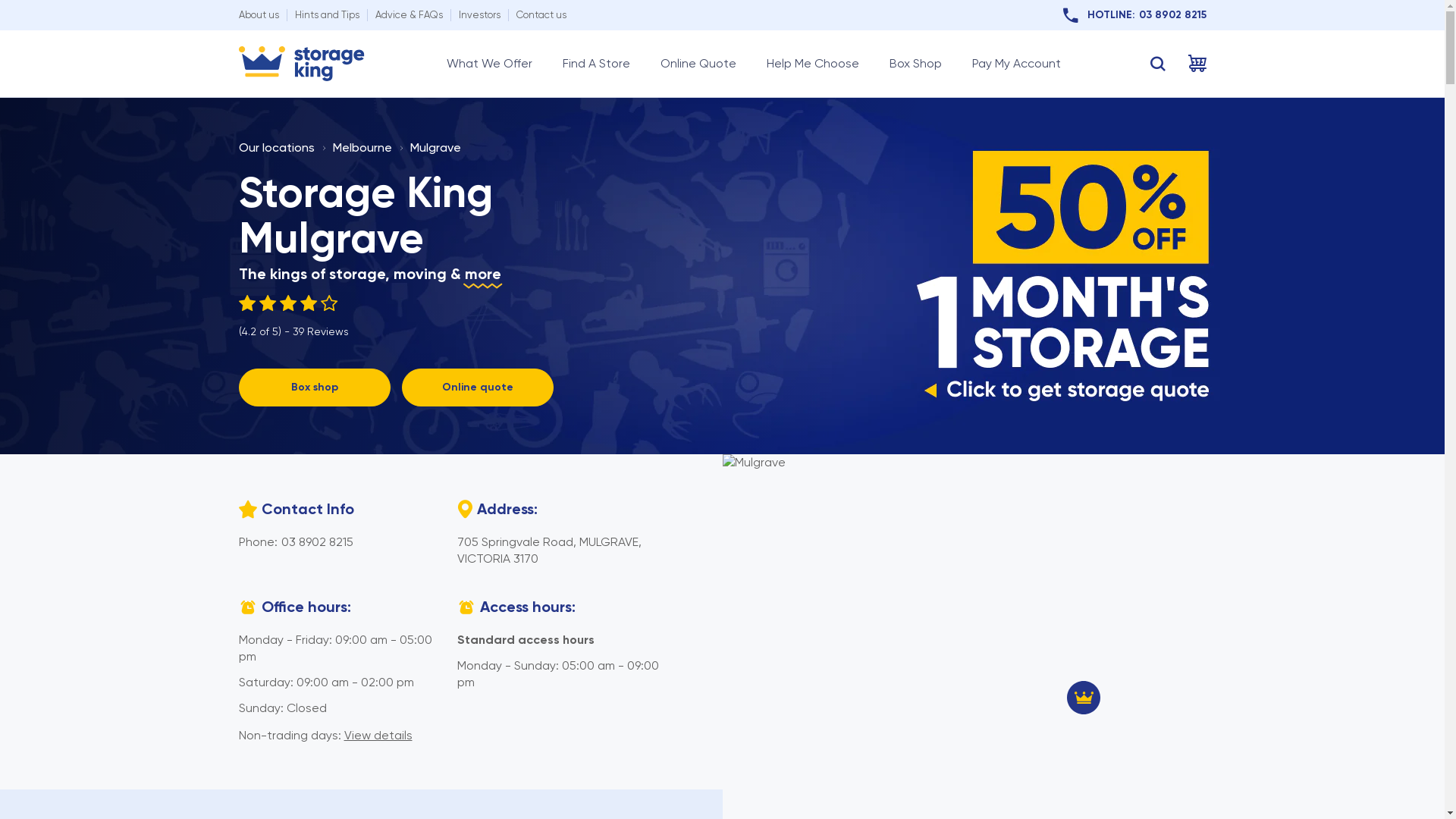 Image resolution: width=1456 pixels, height=819 pixels. Describe the element at coordinates (1016, 63) in the screenshot. I see `'Pay My Account'` at that location.